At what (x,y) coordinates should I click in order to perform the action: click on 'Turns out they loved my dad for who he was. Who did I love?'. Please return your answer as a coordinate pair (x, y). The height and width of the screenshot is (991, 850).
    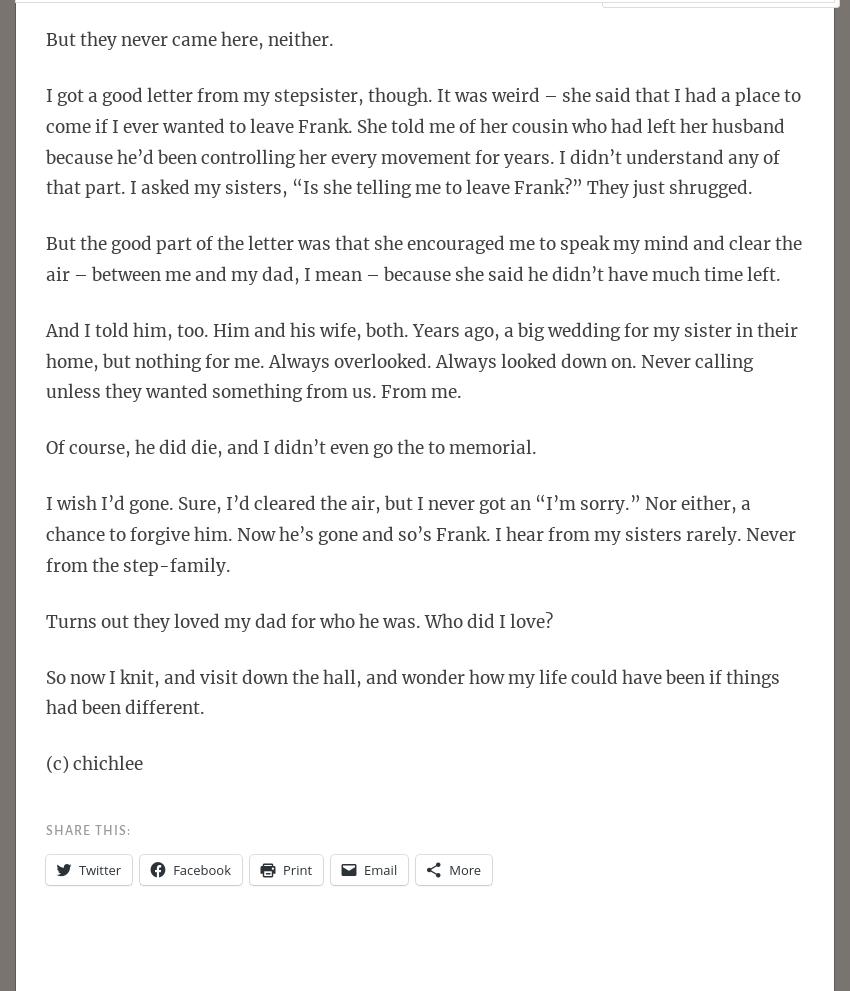
    Looking at the image, I should click on (299, 620).